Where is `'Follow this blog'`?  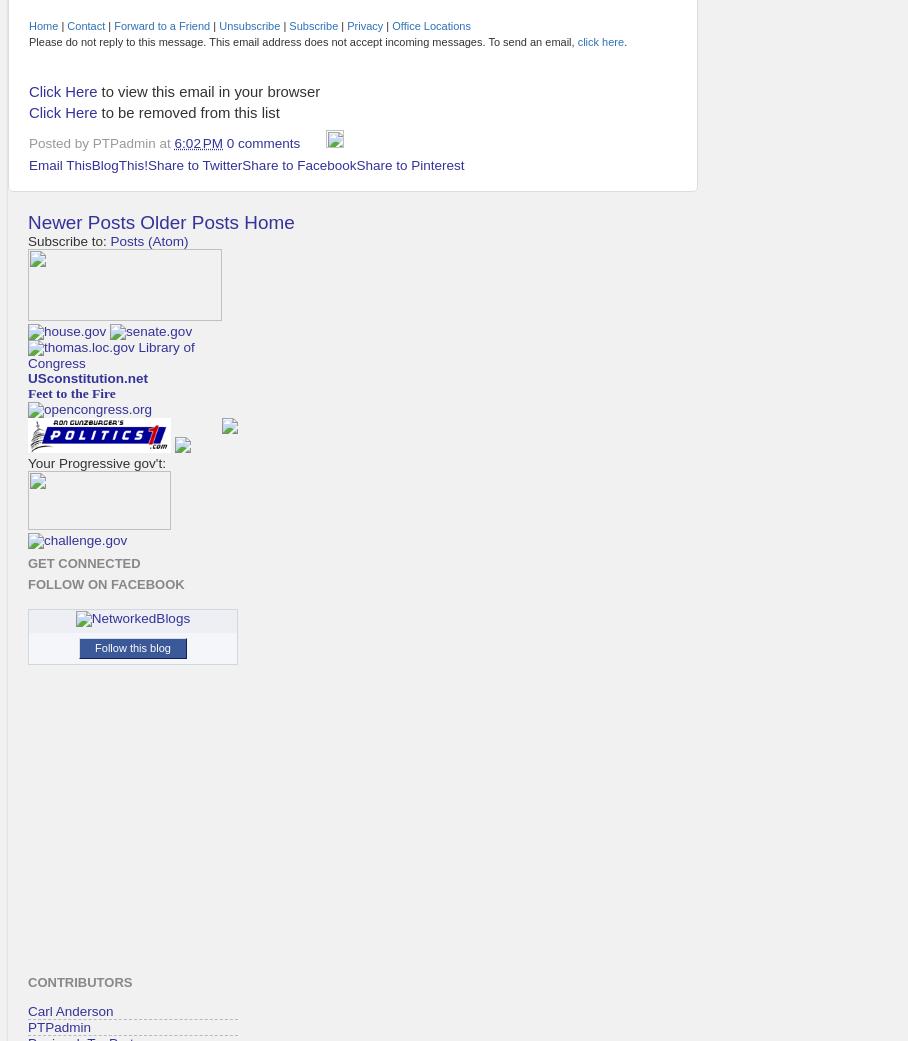
'Follow this blog' is located at coordinates (93, 645).